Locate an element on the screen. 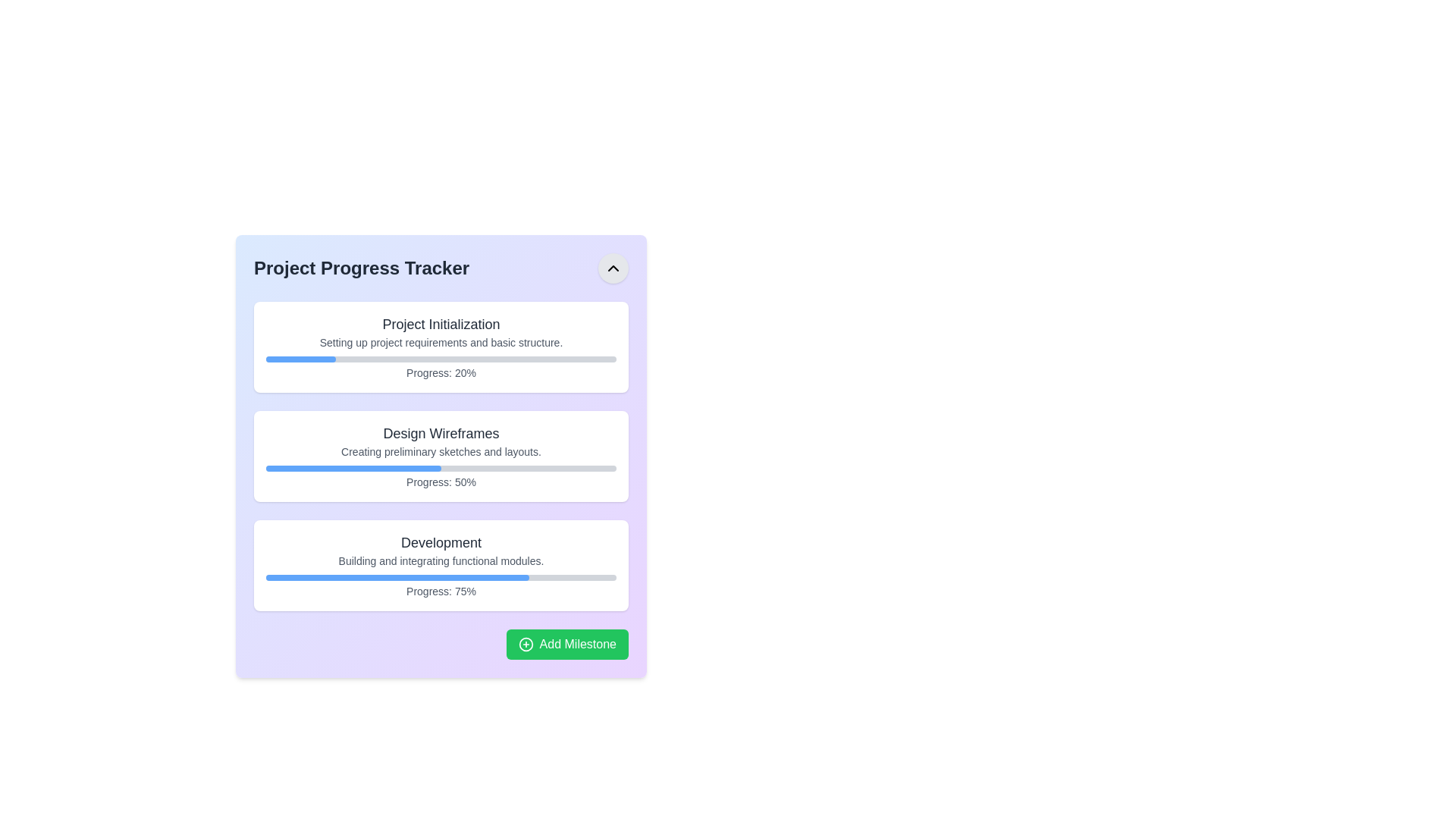  the blue progress indicator that visually represents 50% progress within the 'Design Wireframes' section, under the heading 'Progress: 50%.' is located at coordinates (353, 467).